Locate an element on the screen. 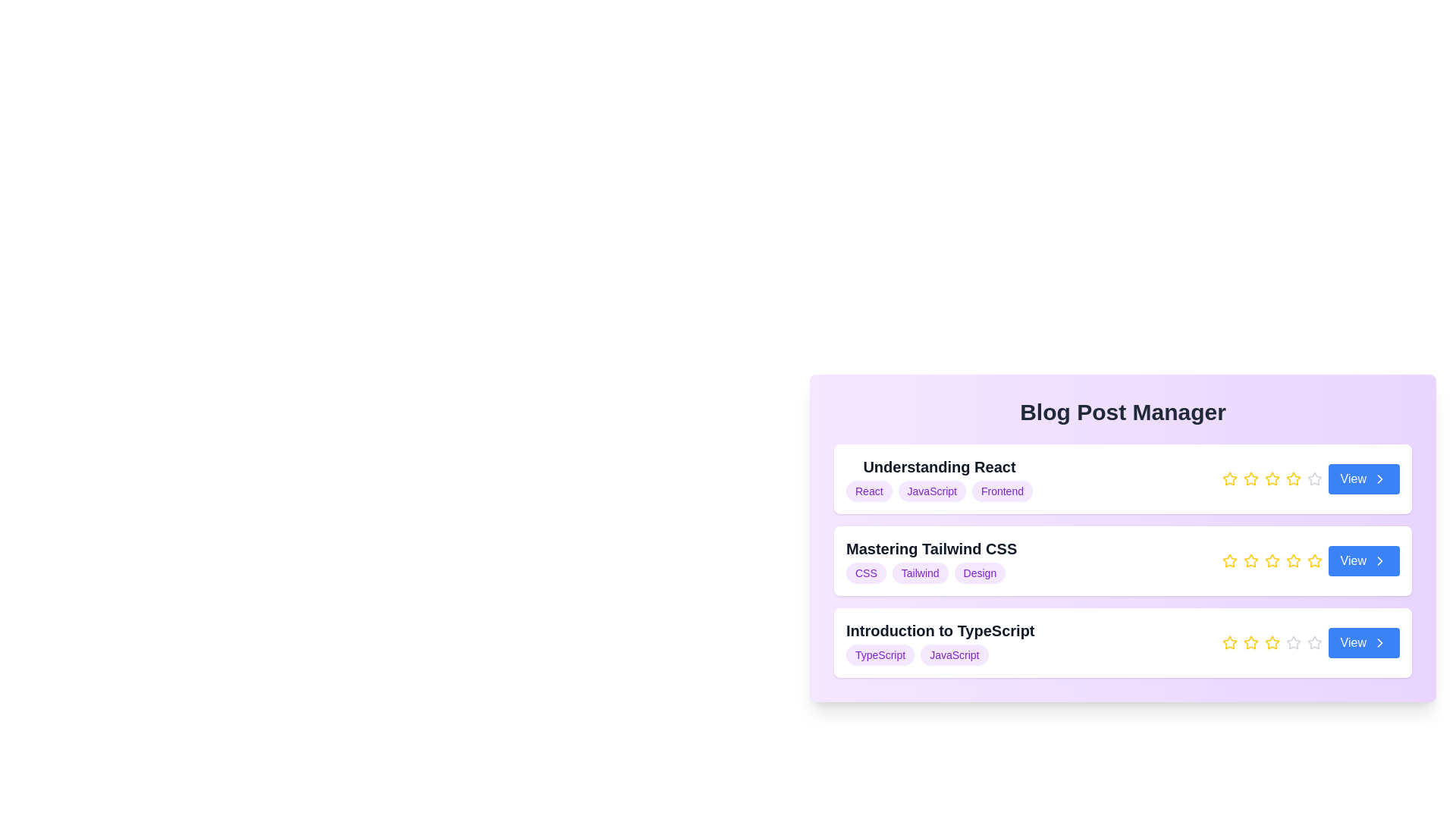 This screenshot has width=1456, height=819. the first star icon in the horizontal sequence of five stars to rate the 'Understanding React' post is located at coordinates (1229, 479).